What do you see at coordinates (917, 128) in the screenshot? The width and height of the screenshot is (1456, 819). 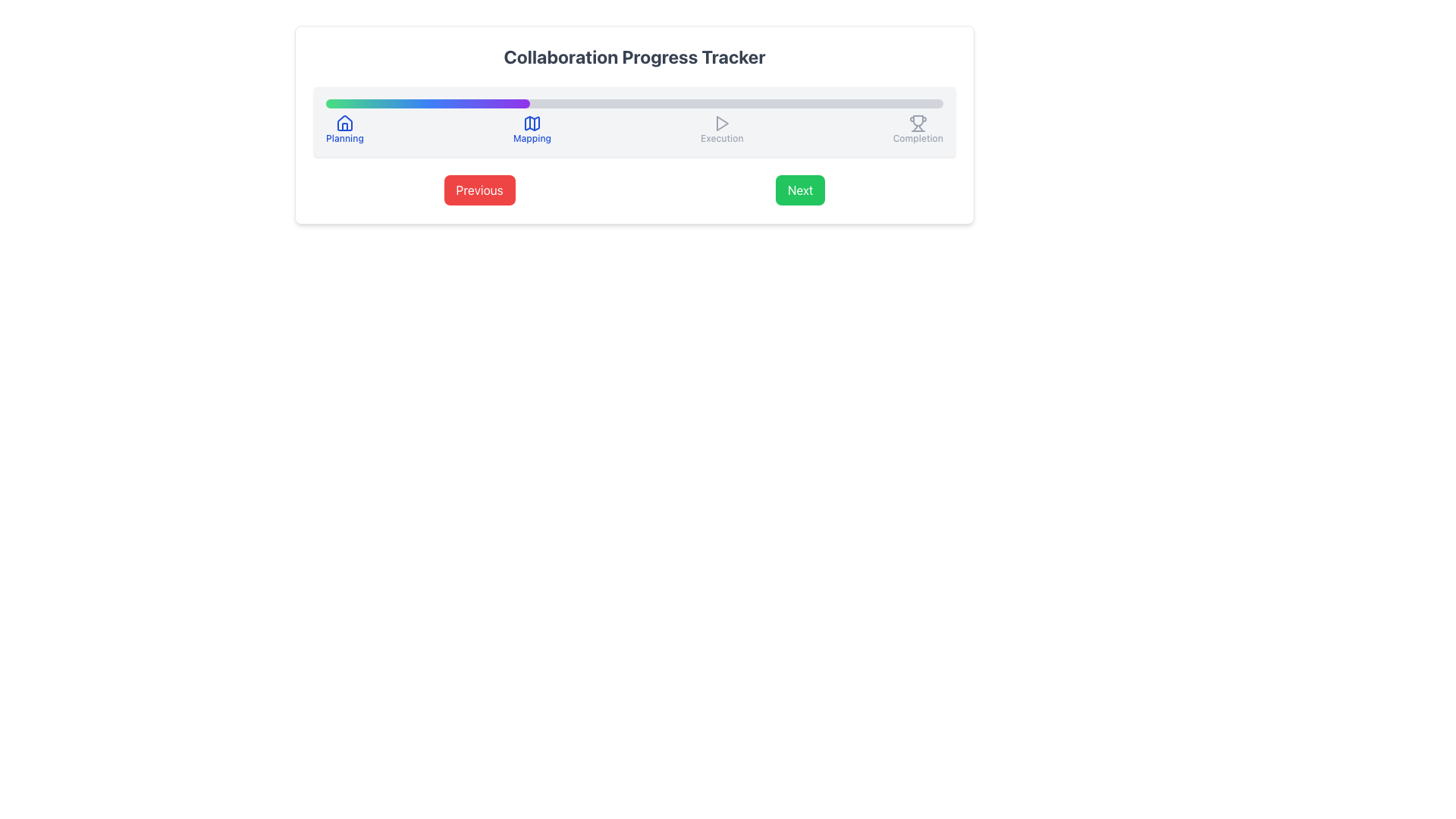 I see `the trophy icon labeled 'Completion' in the progress tracking UI component, which is the last element in a sequence of four stages` at bounding box center [917, 128].